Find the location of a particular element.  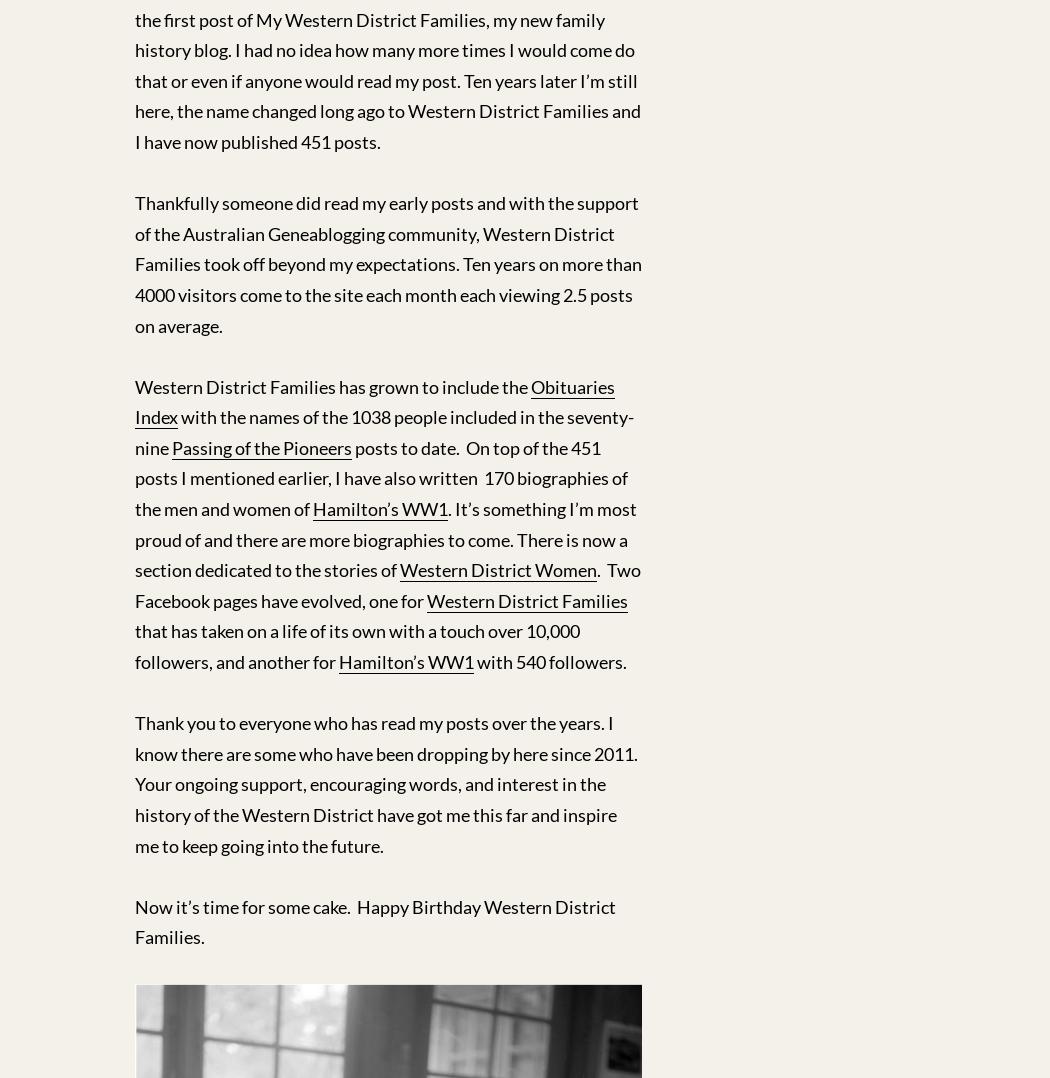

'Western District Families' is located at coordinates (527, 600).